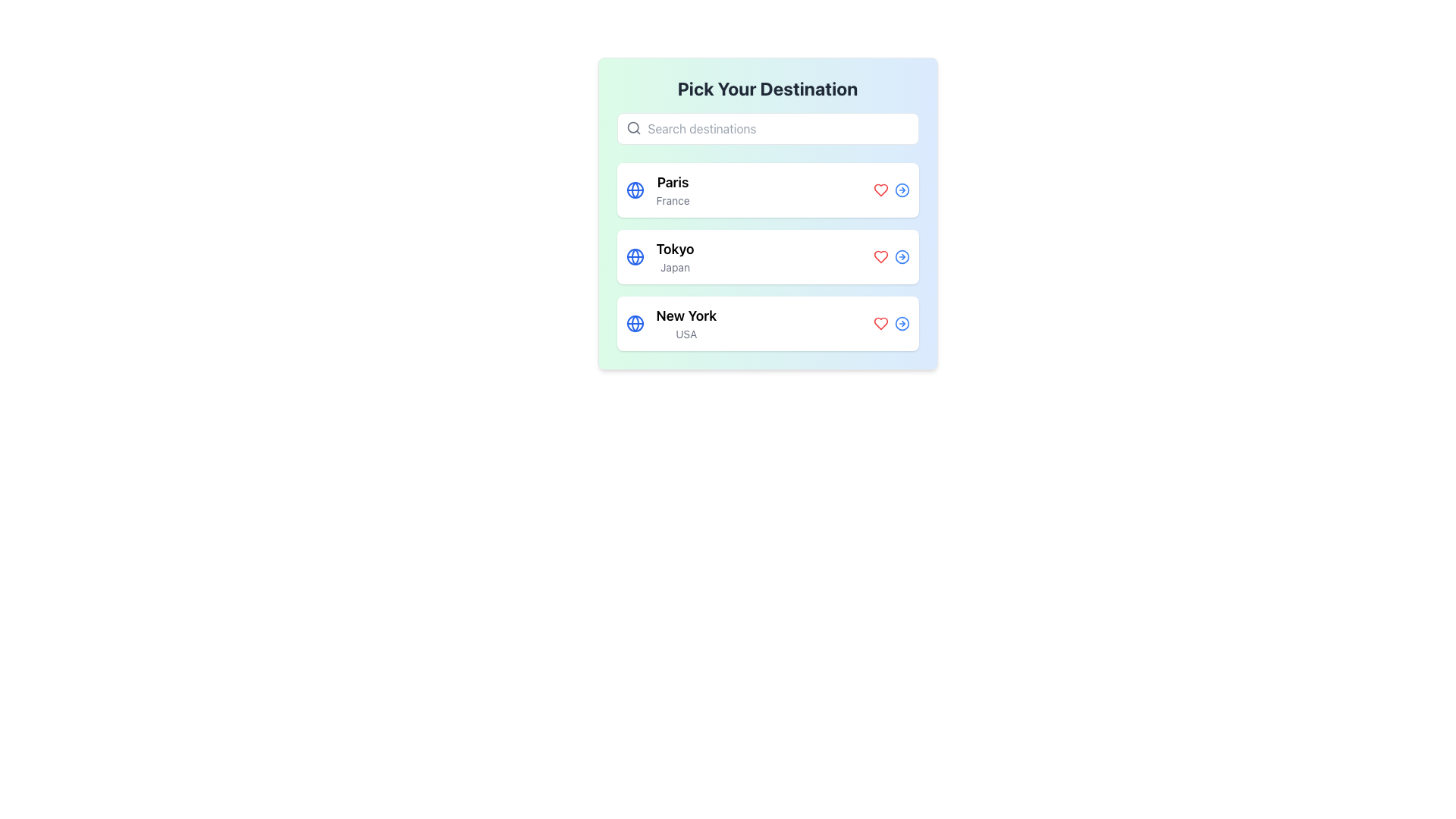  What do you see at coordinates (902, 323) in the screenshot?
I see `the circular border of the arrow icon located to the right of the 'New York, USA' entry in the list, which serves as an indicator within the icon group` at bounding box center [902, 323].